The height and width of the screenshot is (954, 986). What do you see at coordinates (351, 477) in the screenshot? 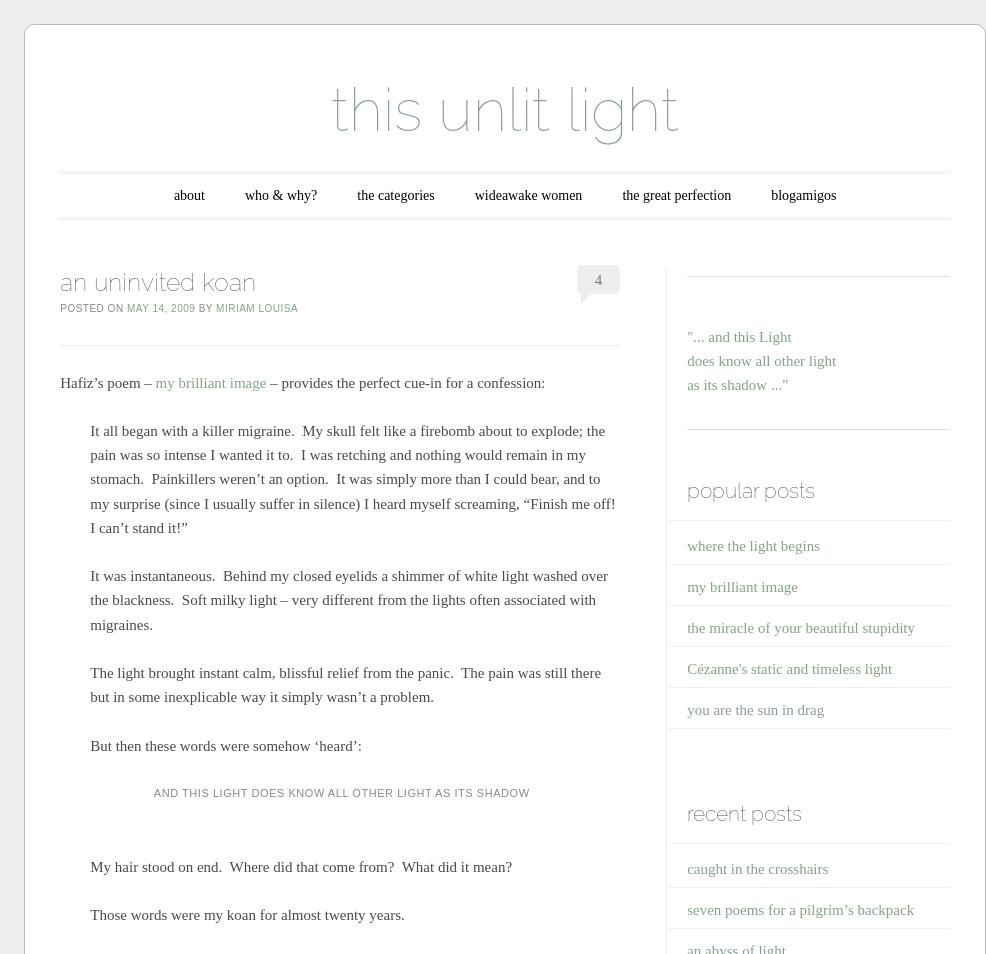
I see `'It all began with a killer migraine.  My skull felt like a firebomb about to explode; the pain was so intense I wanted it to.  I was retching and nothing would remain in my stomach.  Painkillers weren’t an option.  It was simply more than I could bear, and to my surprise (since I usually suffer in silence) I heard myself screaming, “Finish me off! I can’t stand it!”'` at bounding box center [351, 477].